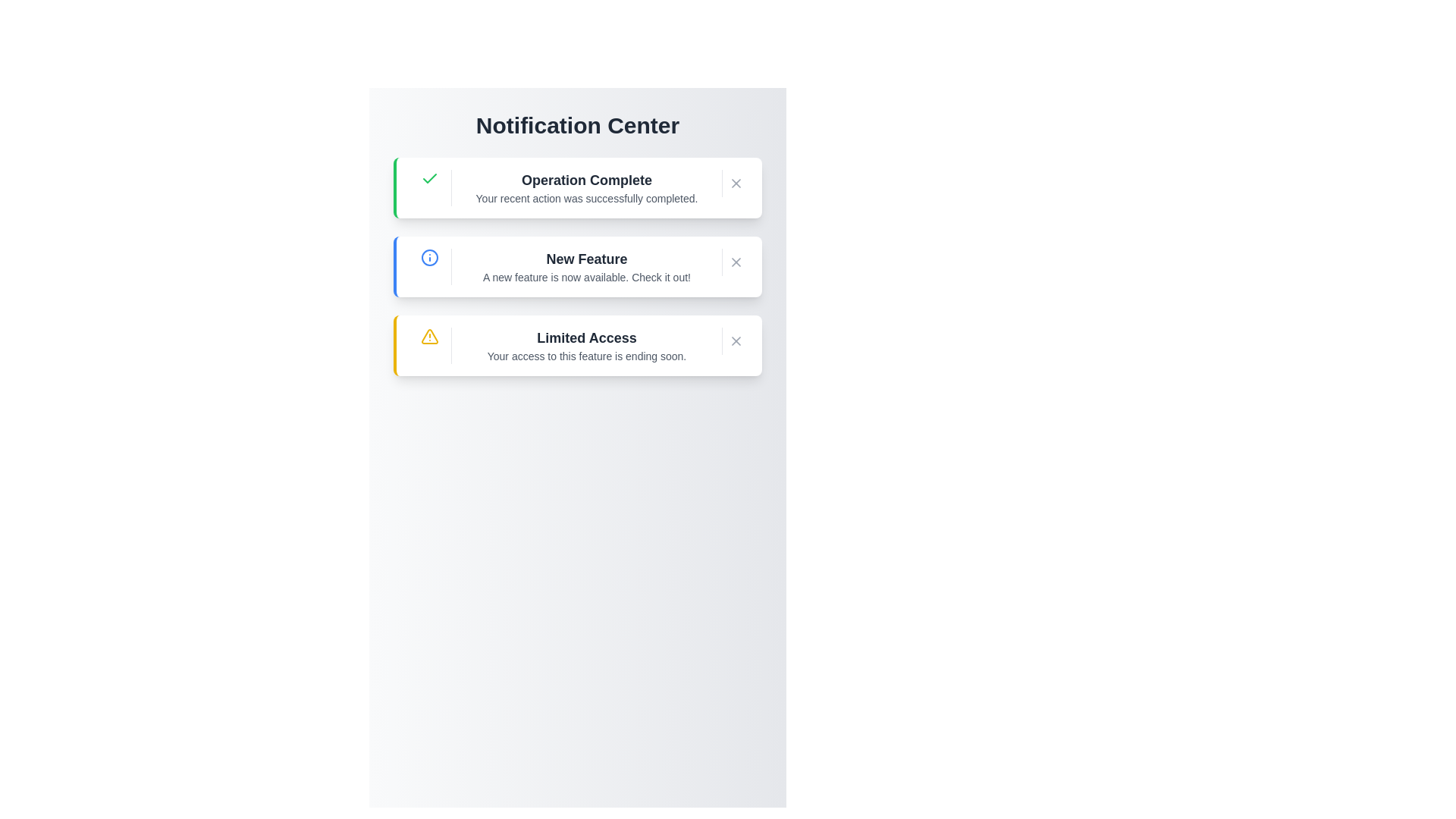 Image resolution: width=1456 pixels, height=819 pixels. Describe the element at coordinates (577, 345) in the screenshot. I see `the Notification Card titled 'Limited Access' with a yellow alert icon, located at the bottom of the Notification Center` at that location.